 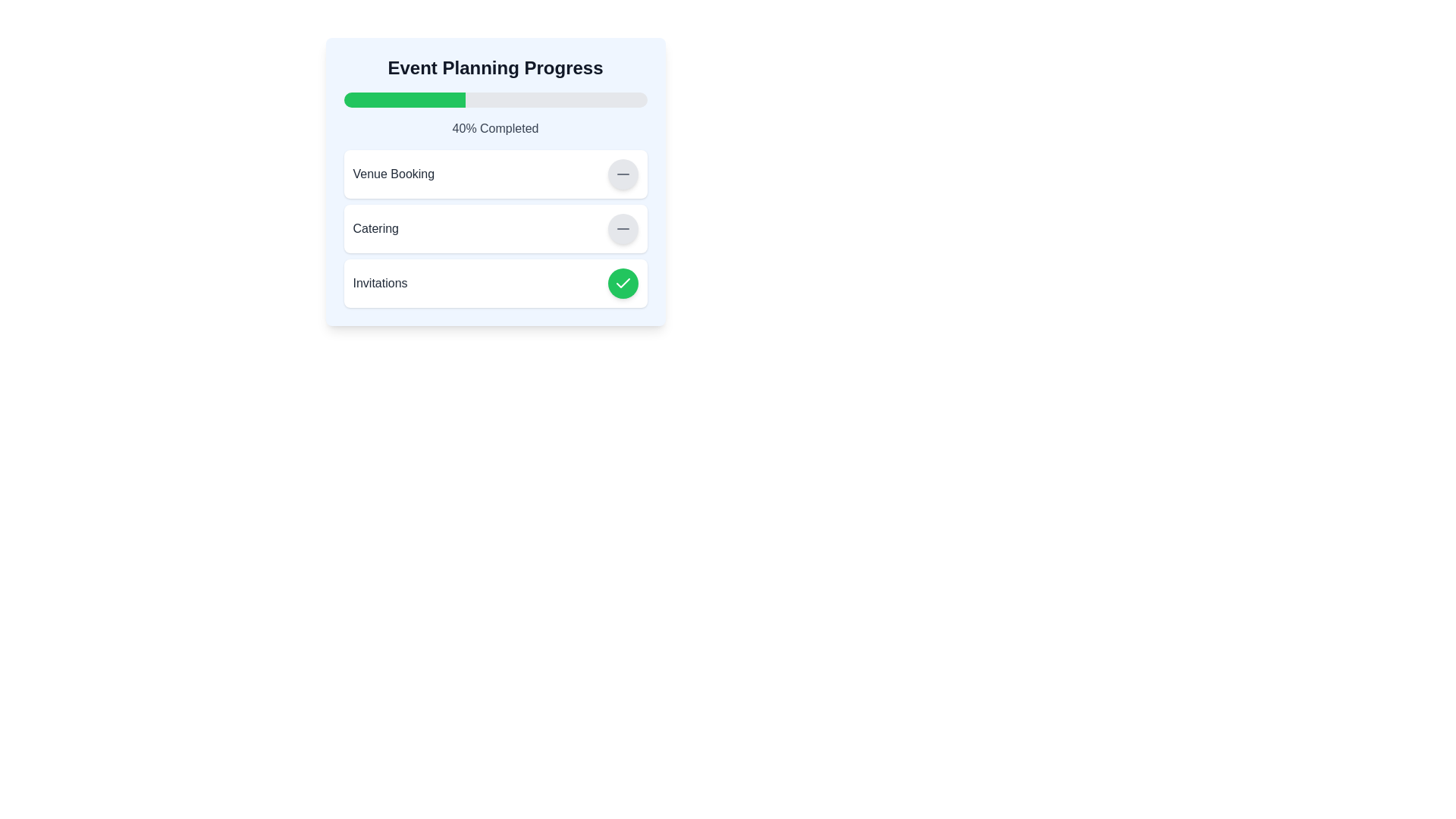 I want to click on the interactive button with a '-' symbol in the Venue Booking task list item, which is the first element in the vertical list, so click(x=495, y=174).